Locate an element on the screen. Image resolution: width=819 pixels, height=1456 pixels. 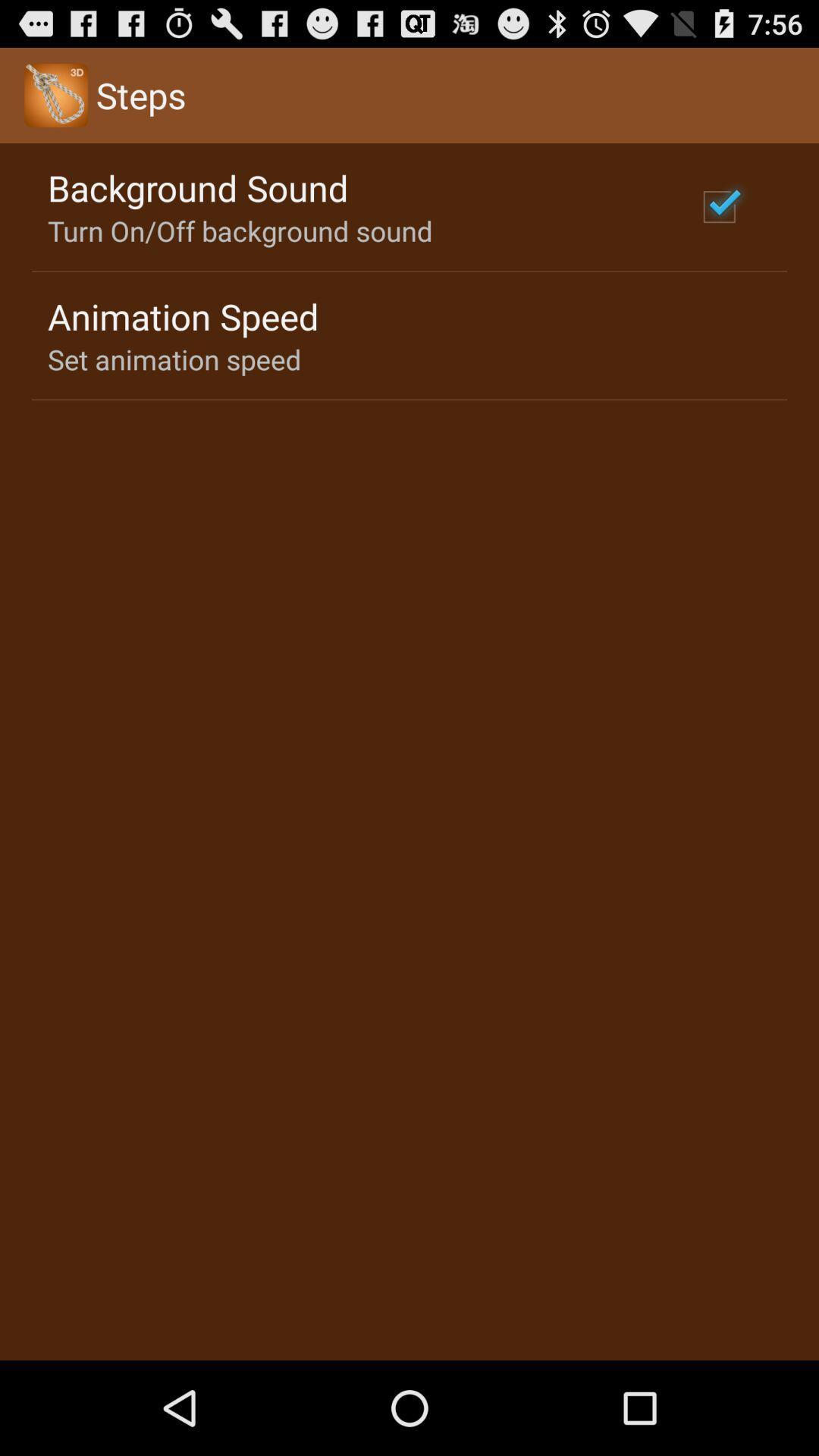
the turn on off item is located at coordinates (239, 230).